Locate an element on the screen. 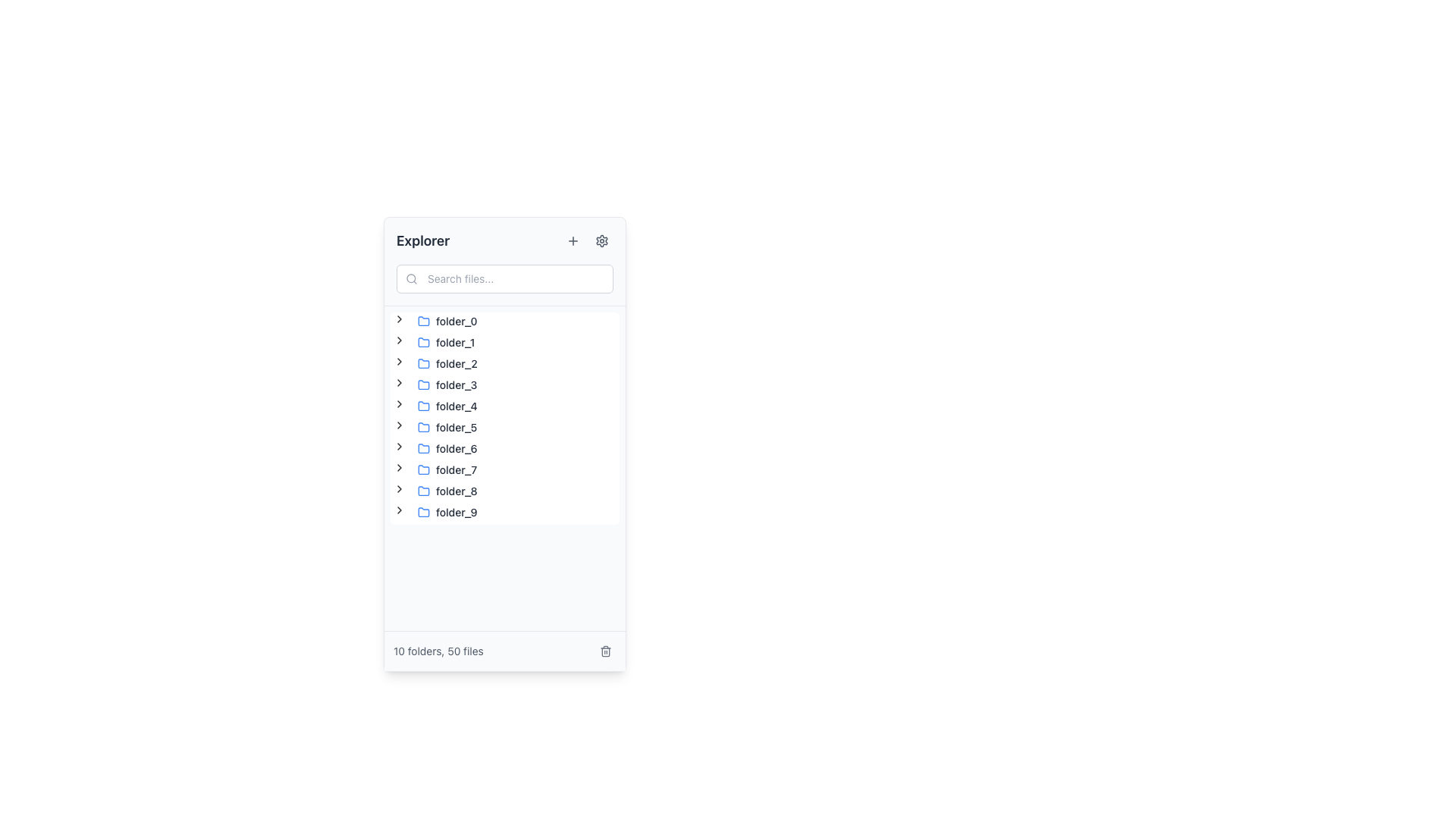 This screenshot has width=1456, height=819. the text label representing the folder named 'folder_3' is located at coordinates (455, 384).